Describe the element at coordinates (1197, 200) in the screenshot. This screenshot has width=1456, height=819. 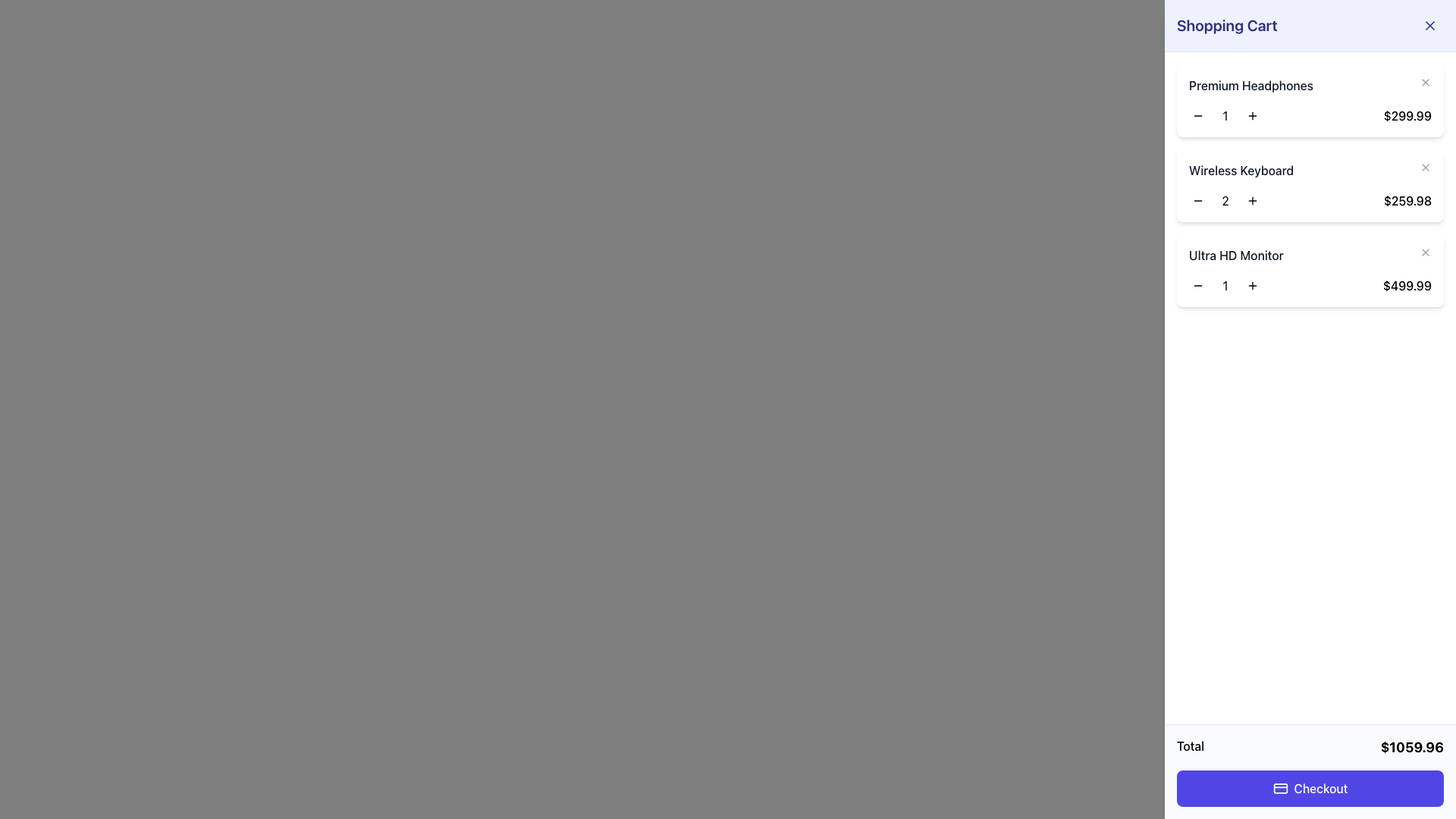
I see `the small circular decrement button with a minus icon located to the left of the digit '2' for the 'Wireless Keyboard' in the shopping cart interface` at that location.